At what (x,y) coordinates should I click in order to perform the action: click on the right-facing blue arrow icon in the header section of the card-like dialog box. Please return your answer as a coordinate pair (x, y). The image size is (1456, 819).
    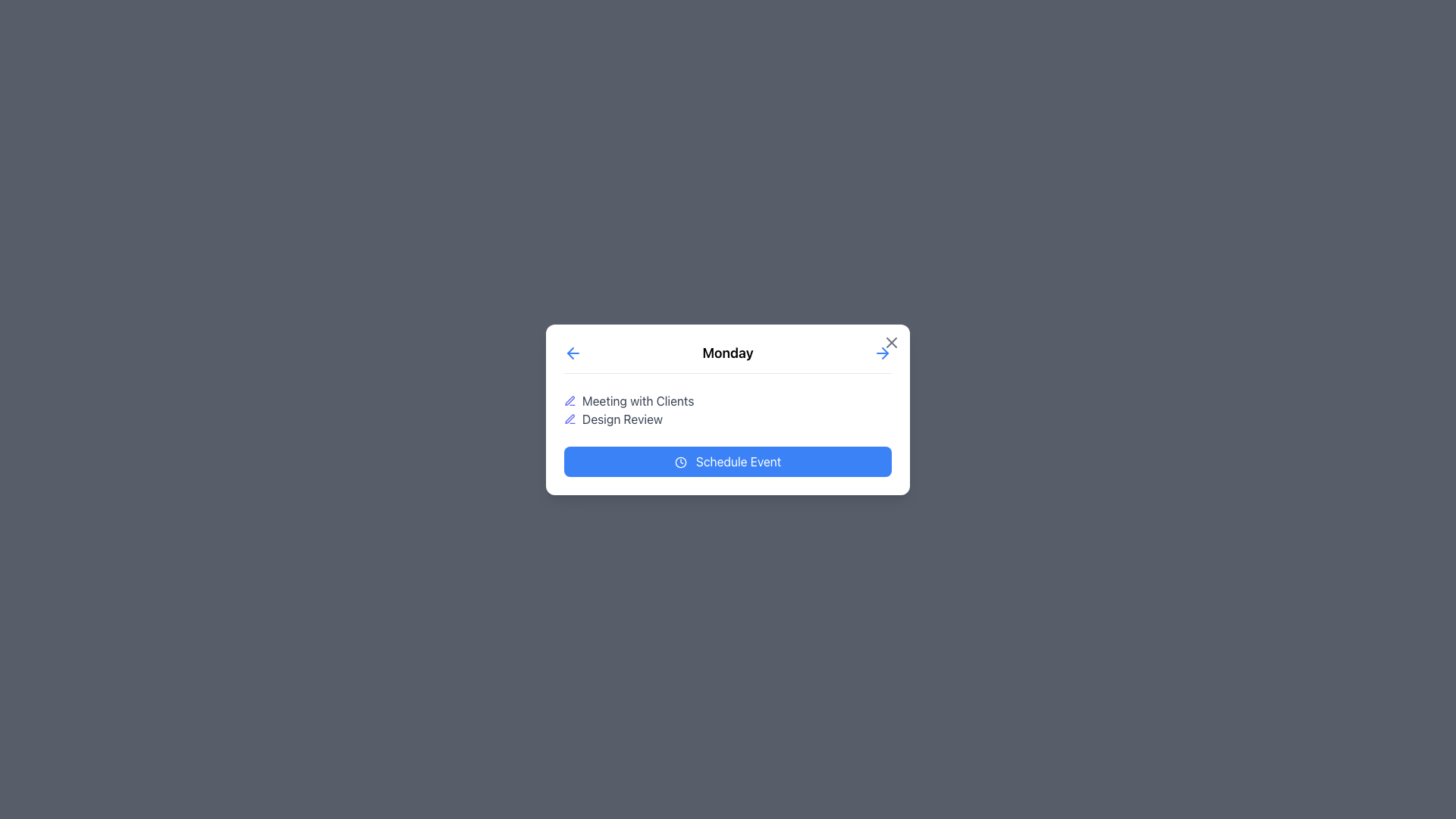
    Looking at the image, I should click on (882, 353).